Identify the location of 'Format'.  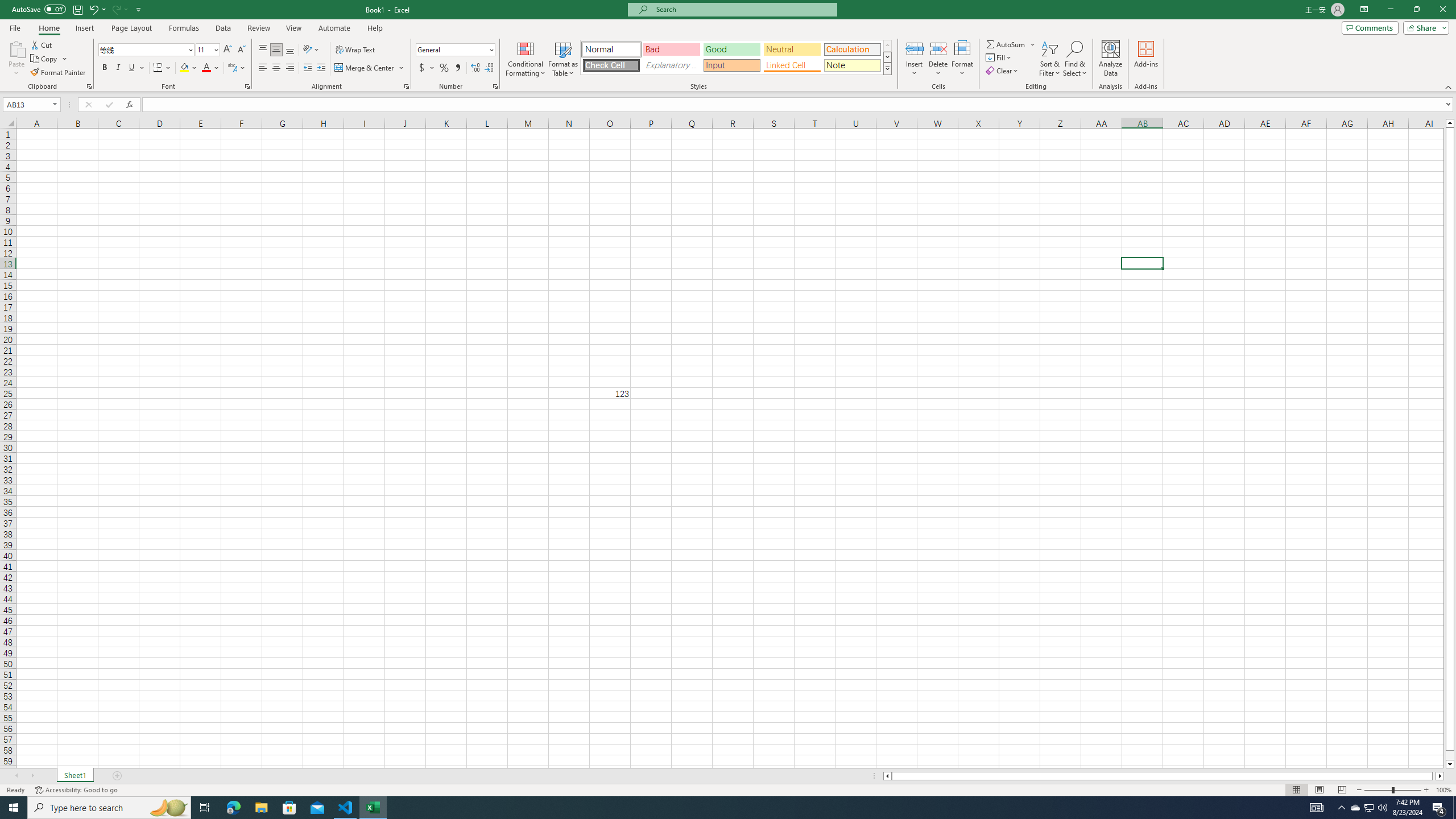
(962, 59).